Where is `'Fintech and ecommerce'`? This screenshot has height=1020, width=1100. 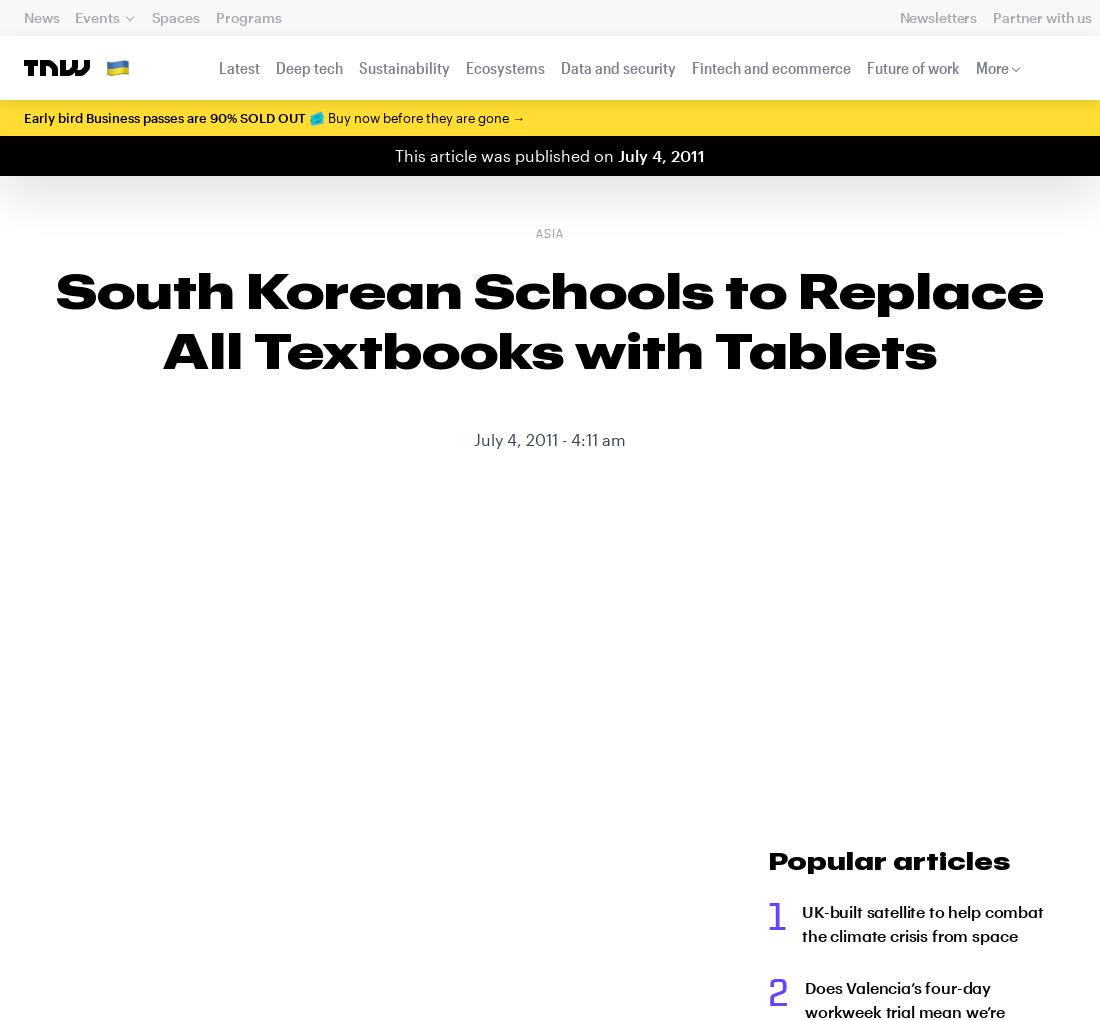 'Fintech and ecommerce' is located at coordinates (770, 67).